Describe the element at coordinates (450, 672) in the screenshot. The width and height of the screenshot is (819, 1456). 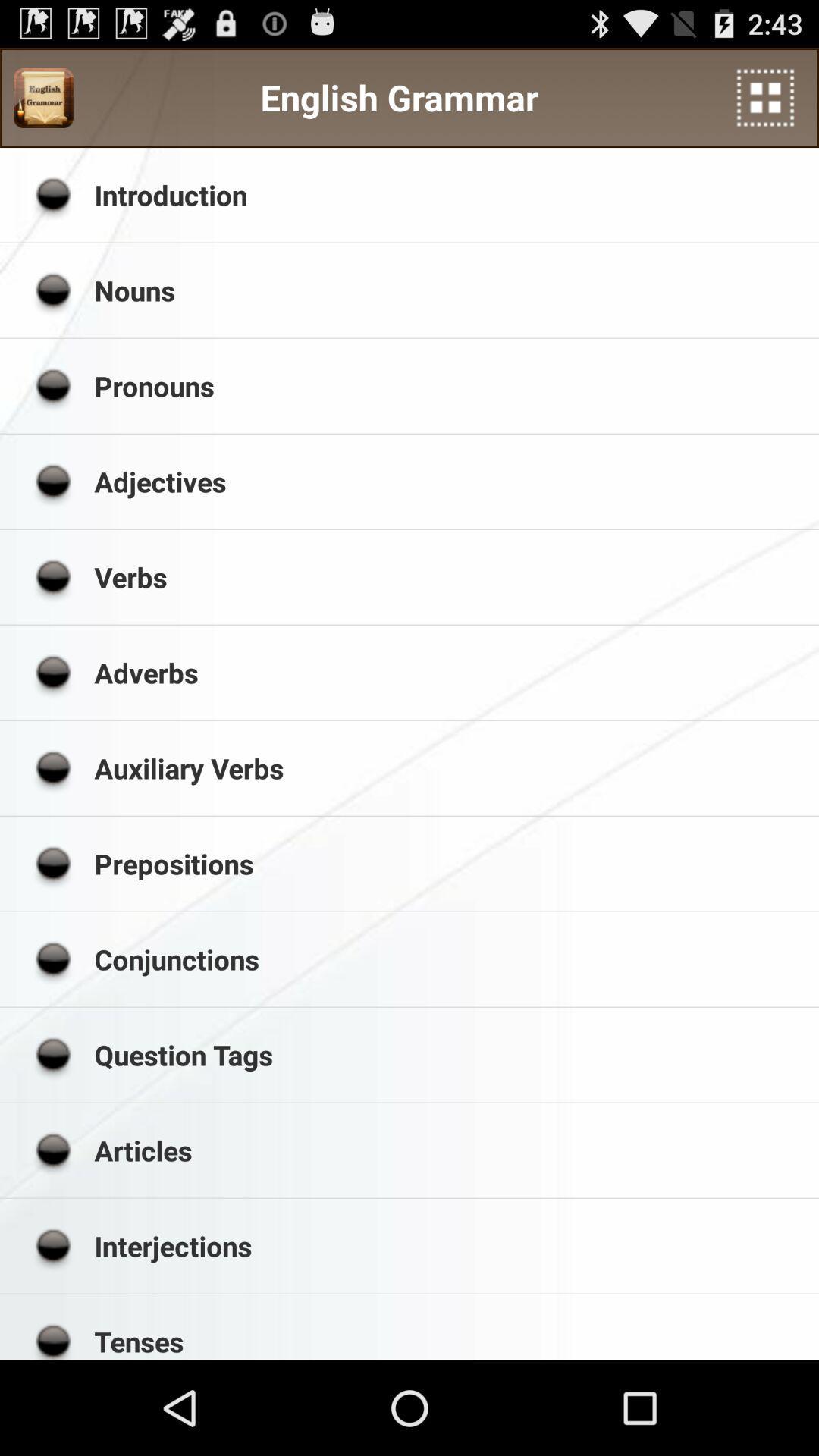
I see `the item below the verbs` at that location.